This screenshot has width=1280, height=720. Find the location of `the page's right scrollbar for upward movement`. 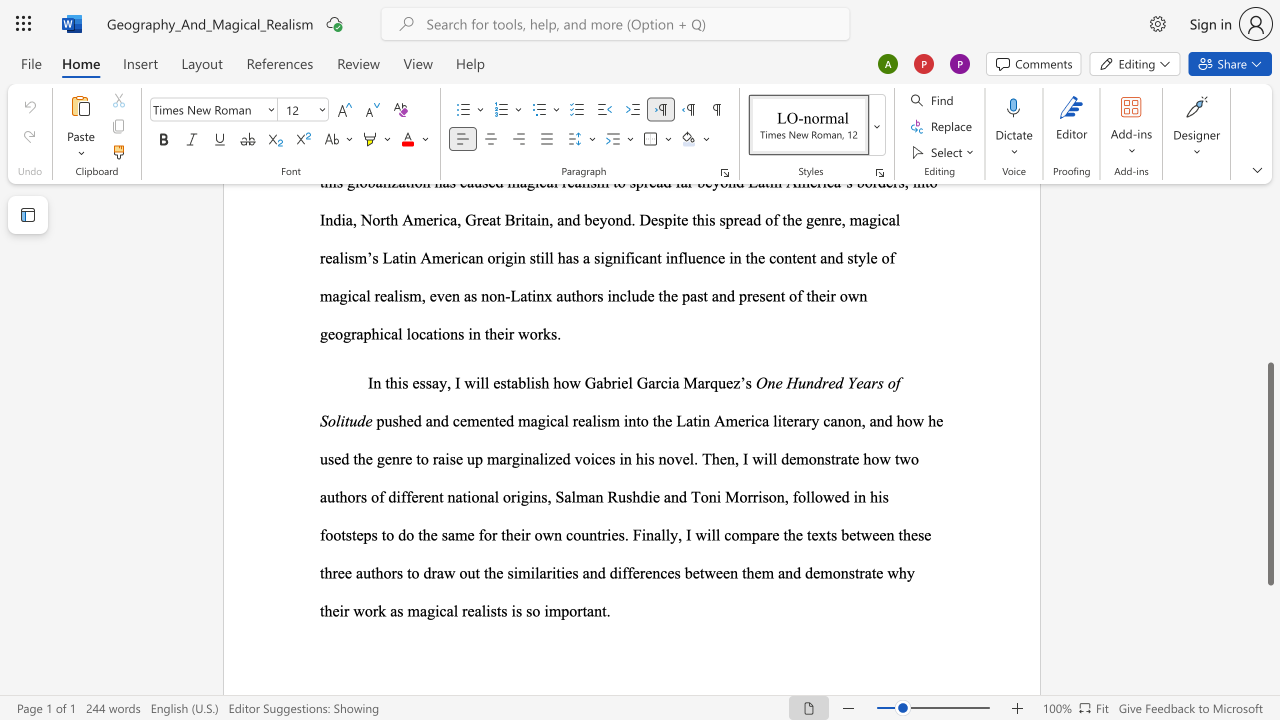

the page's right scrollbar for upward movement is located at coordinates (1269, 248).